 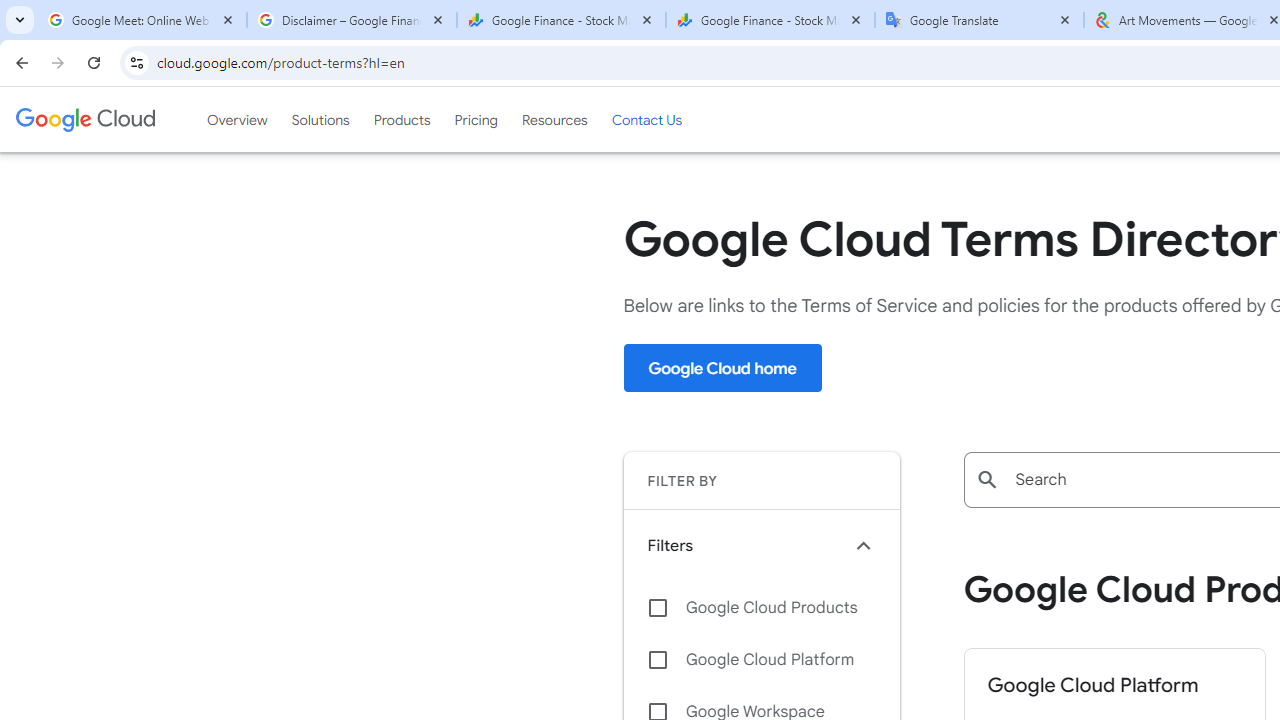 I want to click on 'Filters keyboard_arrow_up', so click(x=760, y=545).